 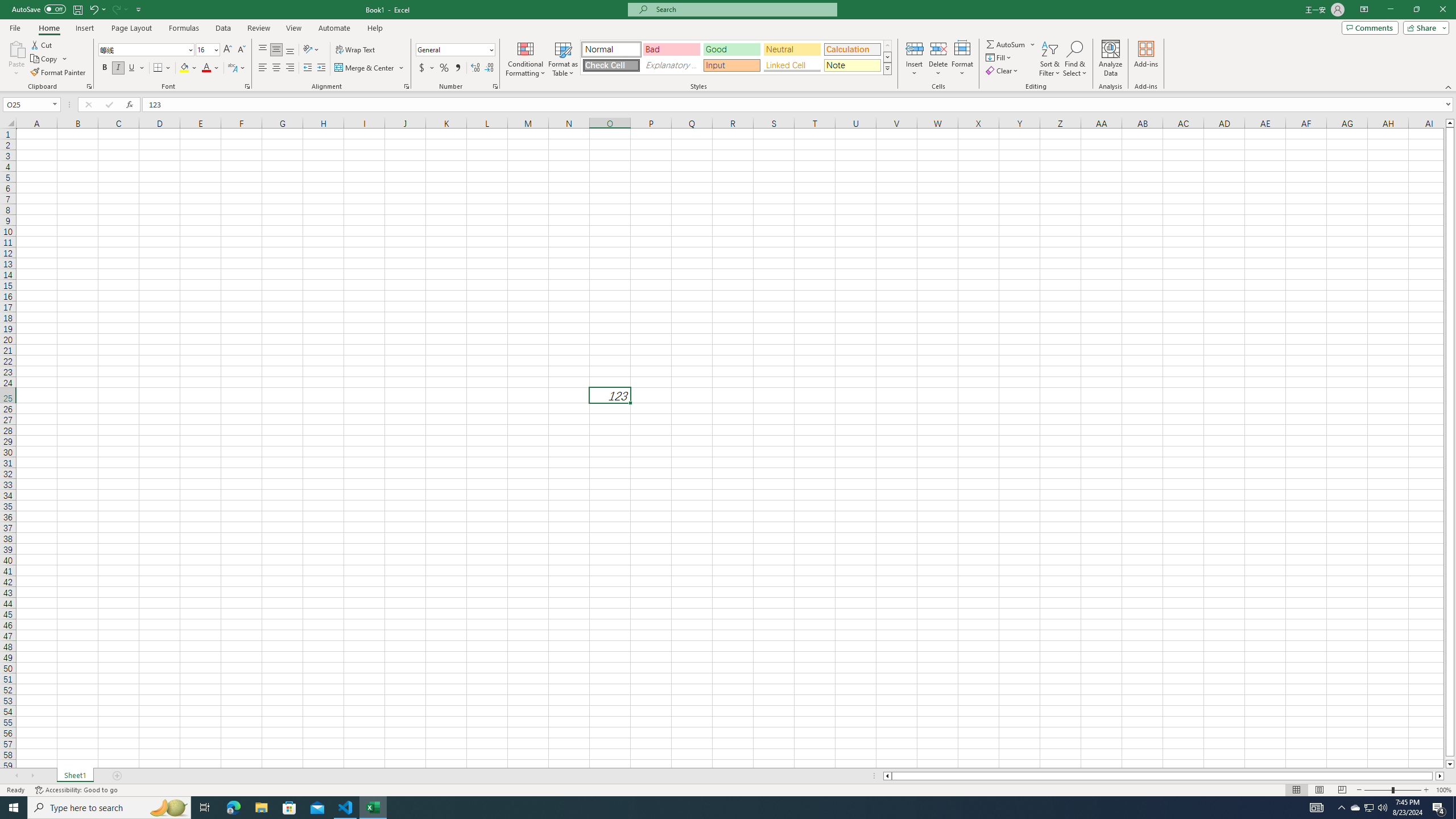 I want to click on 'Good', so click(x=731, y=49).